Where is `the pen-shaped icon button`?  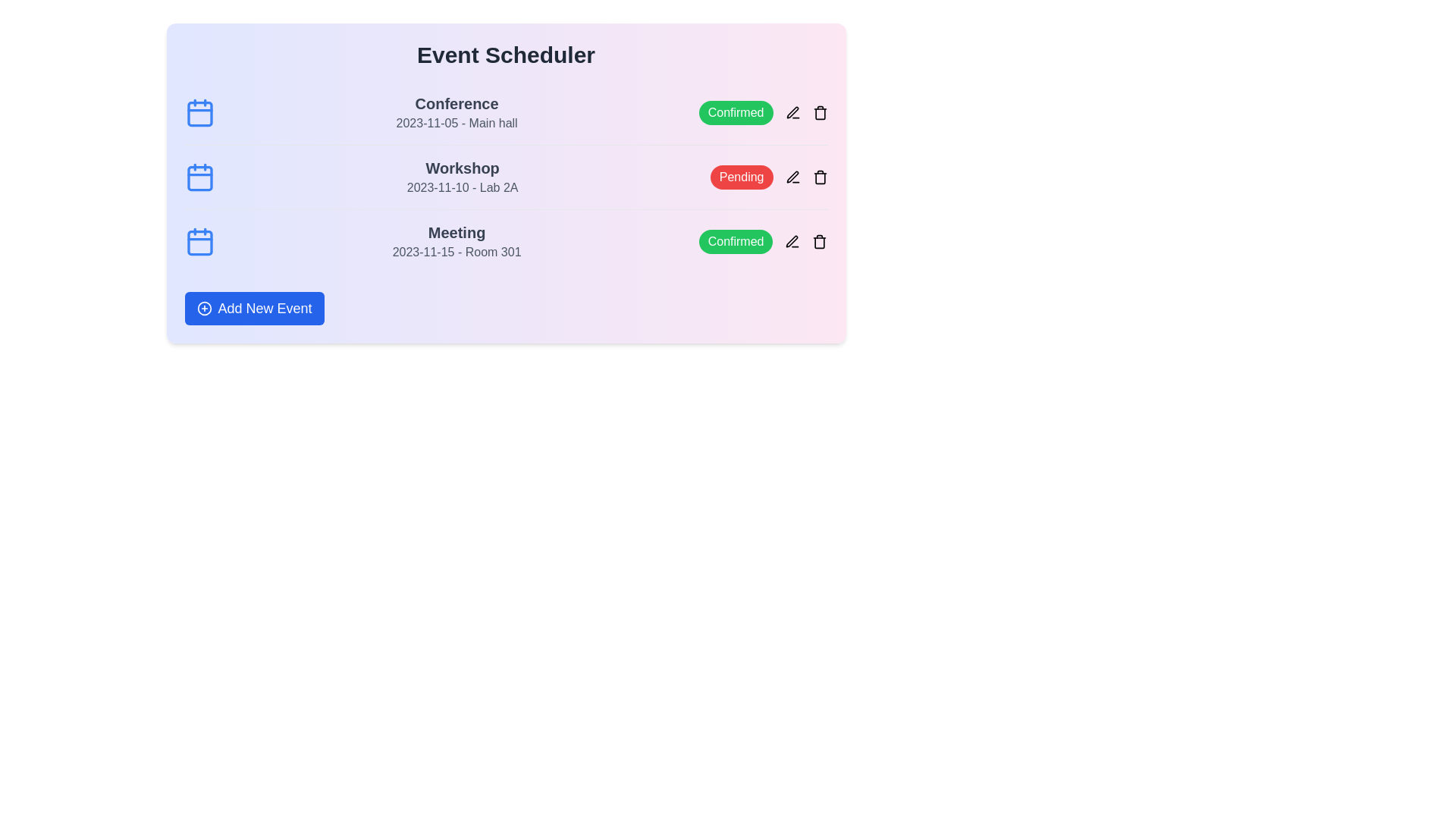
the pen-shaped icon button is located at coordinates (792, 112).